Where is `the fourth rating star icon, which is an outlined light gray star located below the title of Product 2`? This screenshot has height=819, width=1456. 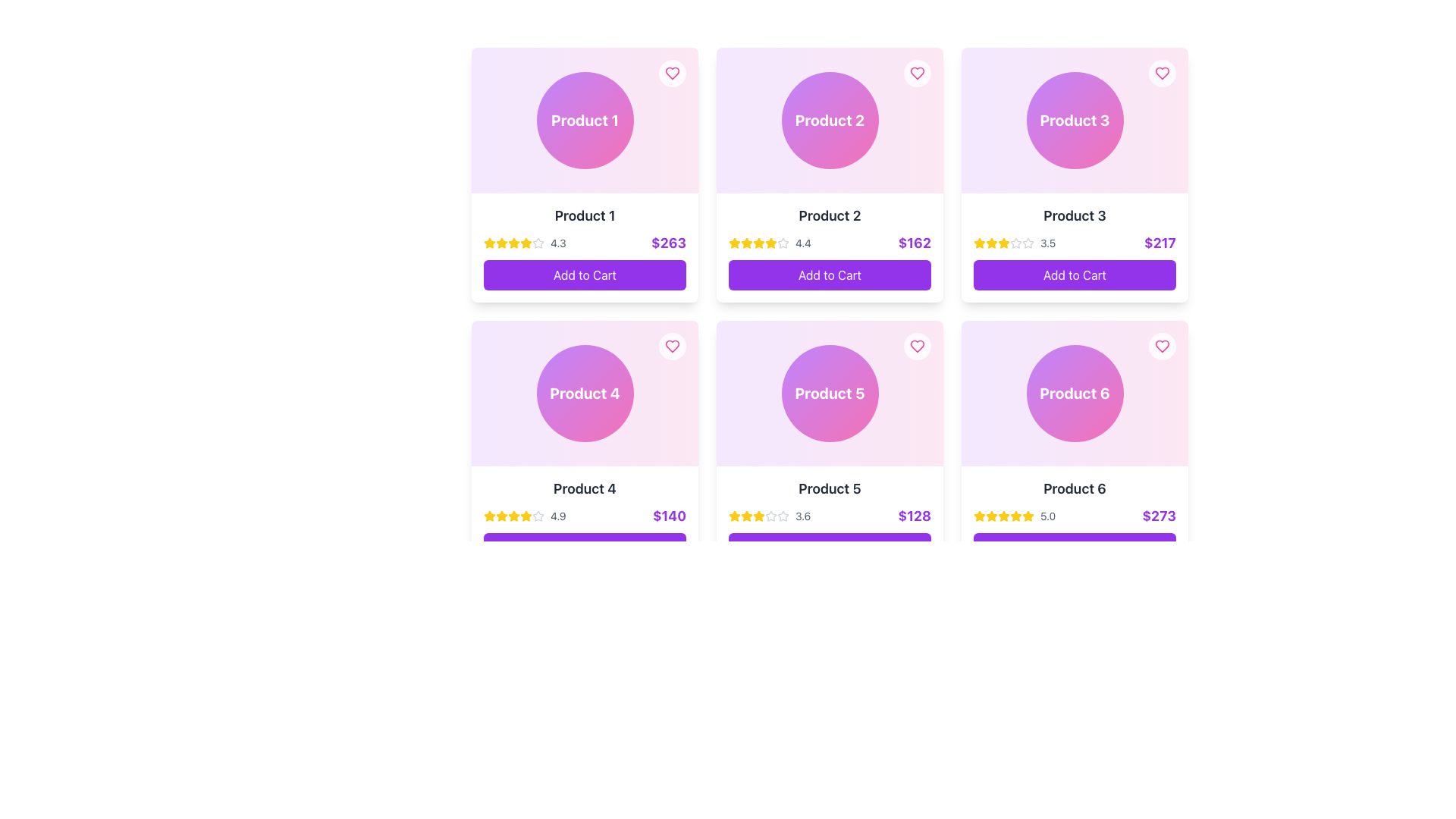 the fourth rating star icon, which is an outlined light gray star located below the title of Product 2 is located at coordinates (783, 242).